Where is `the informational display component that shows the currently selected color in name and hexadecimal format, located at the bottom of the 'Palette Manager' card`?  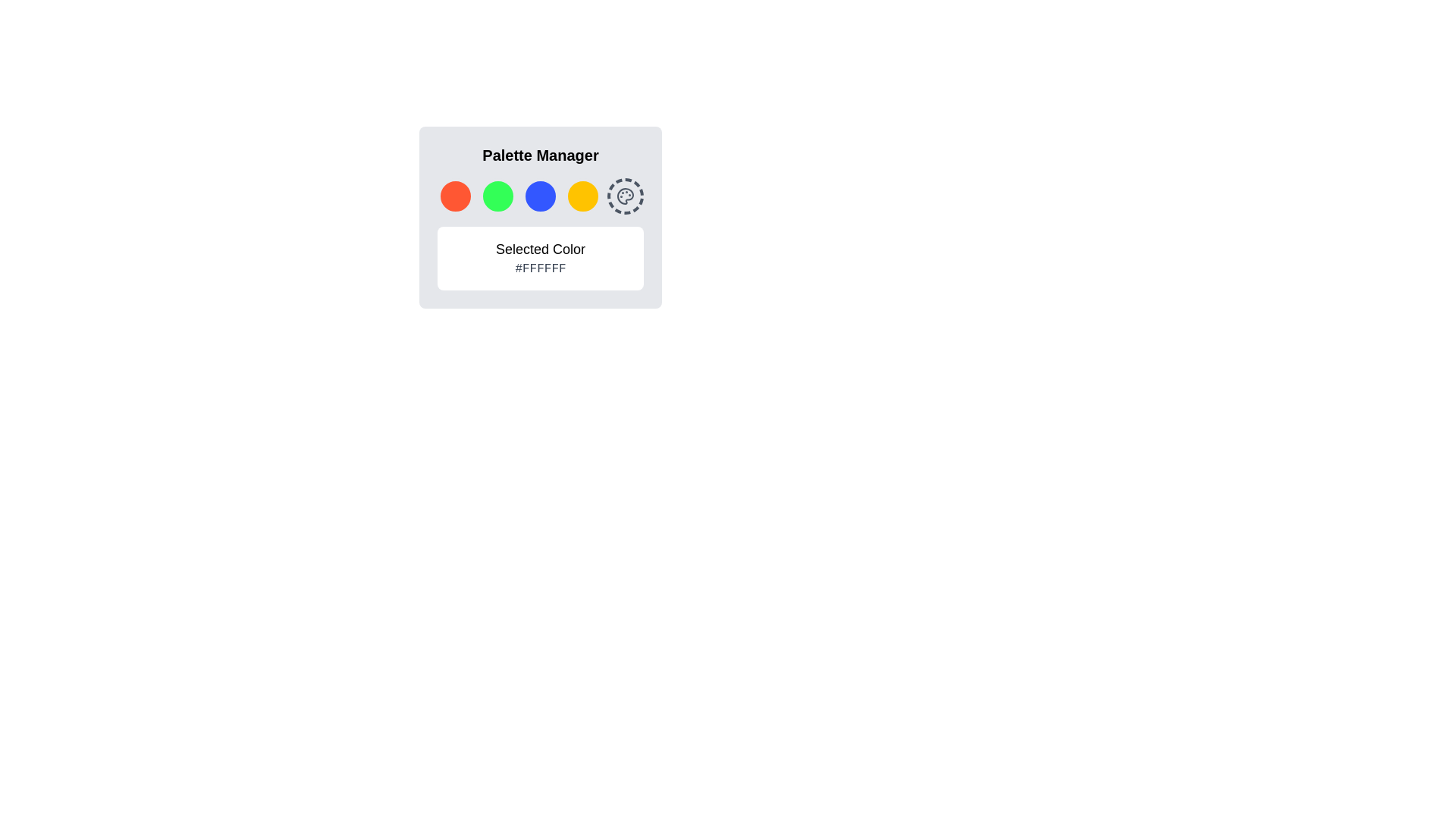 the informational display component that shows the currently selected color in name and hexadecimal format, located at the bottom of the 'Palette Manager' card is located at coordinates (541, 257).